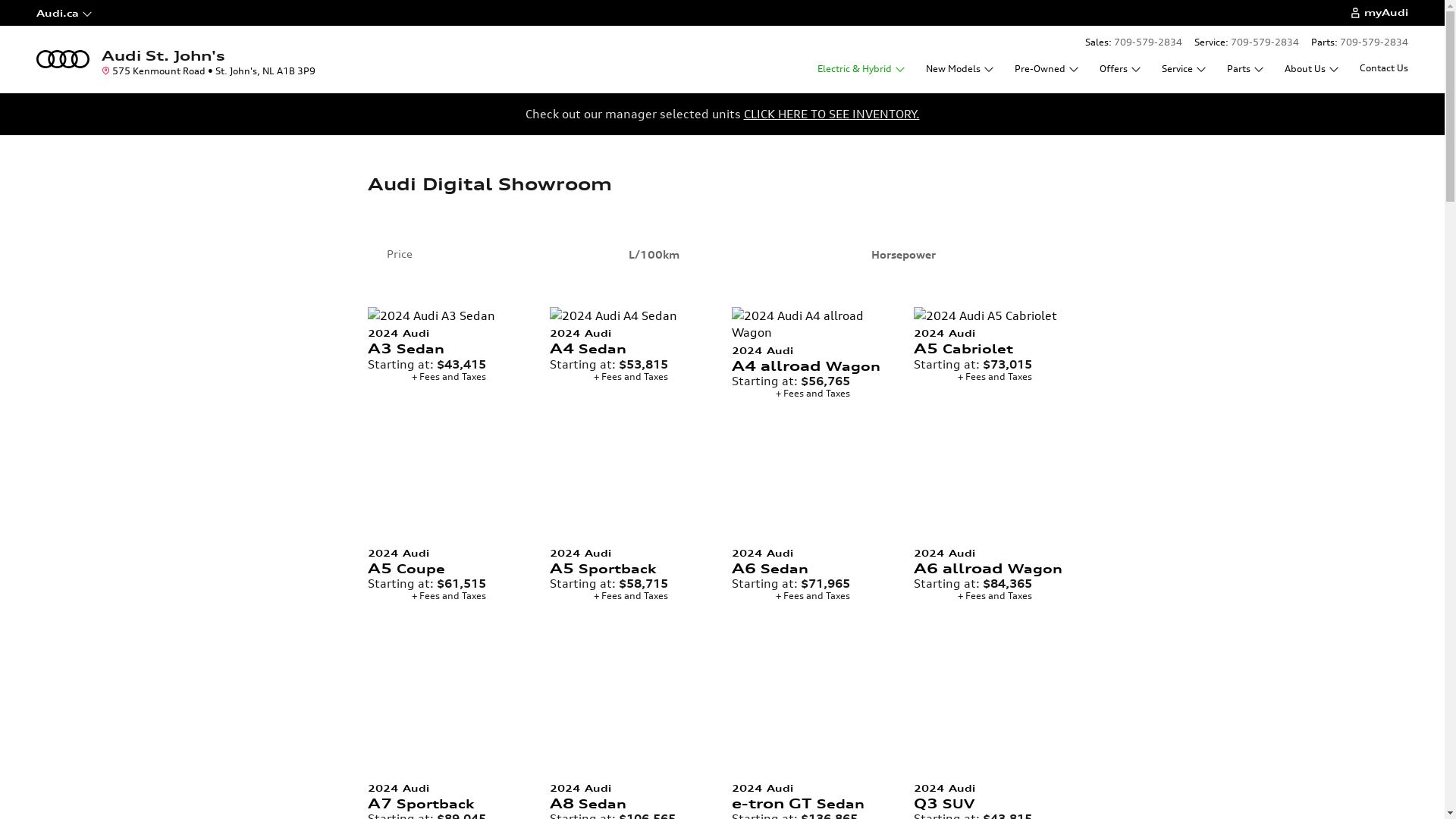 The height and width of the screenshot is (819, 1456). I want to click on 'Parts', so click(1244, 68).